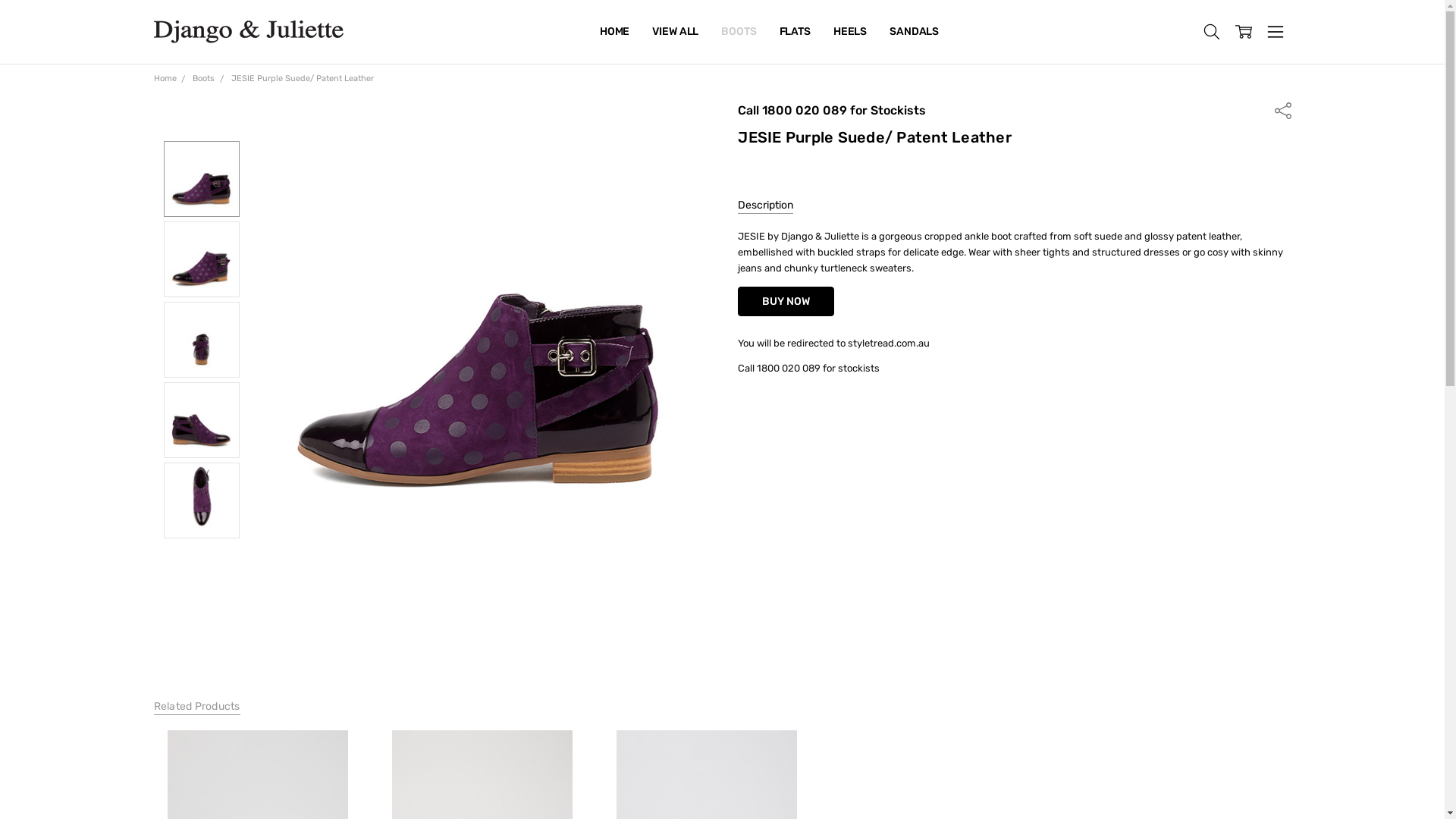 Image resolution: width=1456 pixels, height=819 pixels. What do you see at coordinates (164, 78) in the screenshot?
I see `'Home'` at bounding box center [164, 78].